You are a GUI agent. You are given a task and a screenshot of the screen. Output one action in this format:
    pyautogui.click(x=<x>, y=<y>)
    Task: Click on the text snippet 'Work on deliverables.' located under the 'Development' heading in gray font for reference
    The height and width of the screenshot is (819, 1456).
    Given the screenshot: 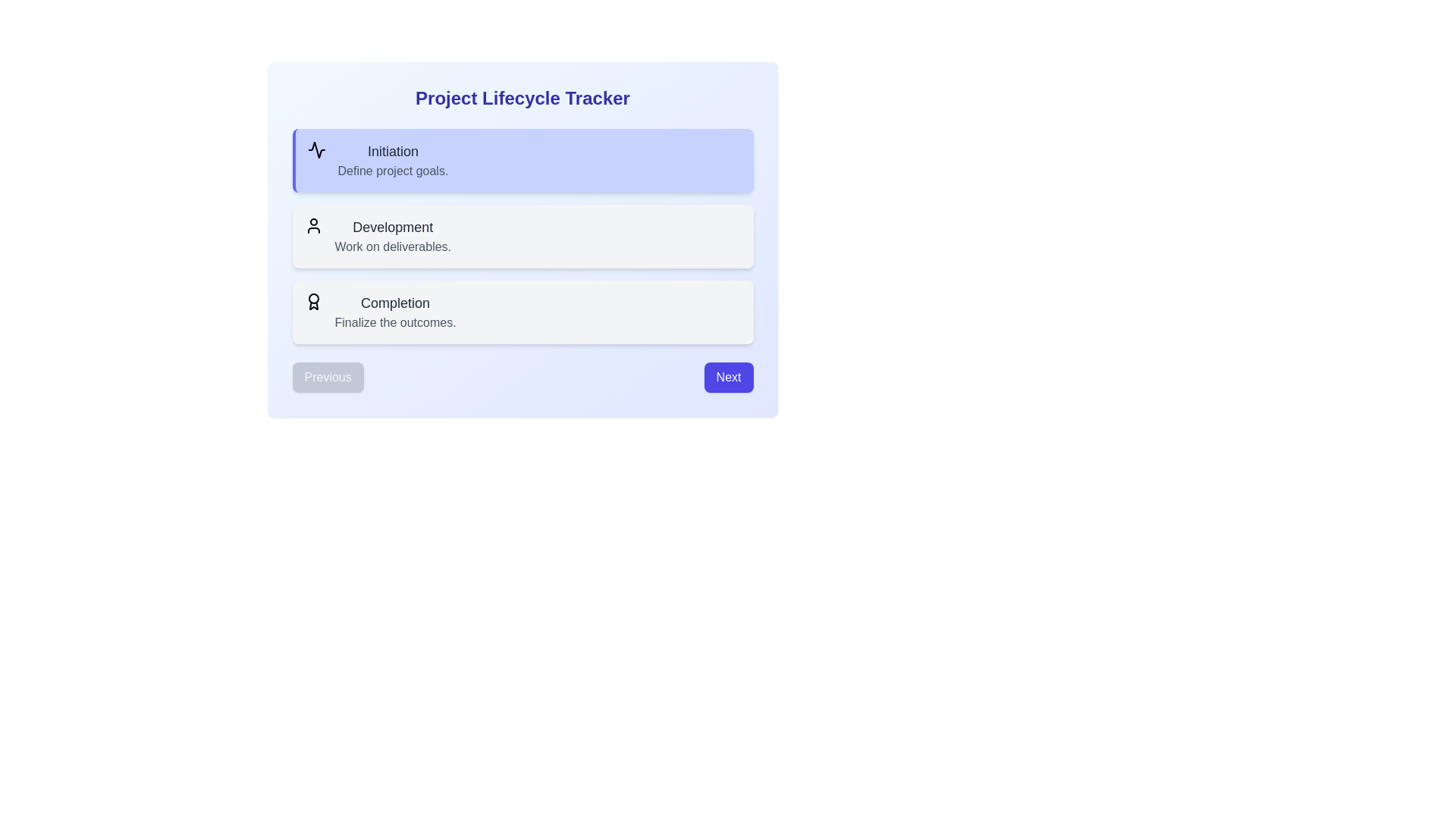 What is the action you would take?
    pyautogui.click(x=393, y=246)
    